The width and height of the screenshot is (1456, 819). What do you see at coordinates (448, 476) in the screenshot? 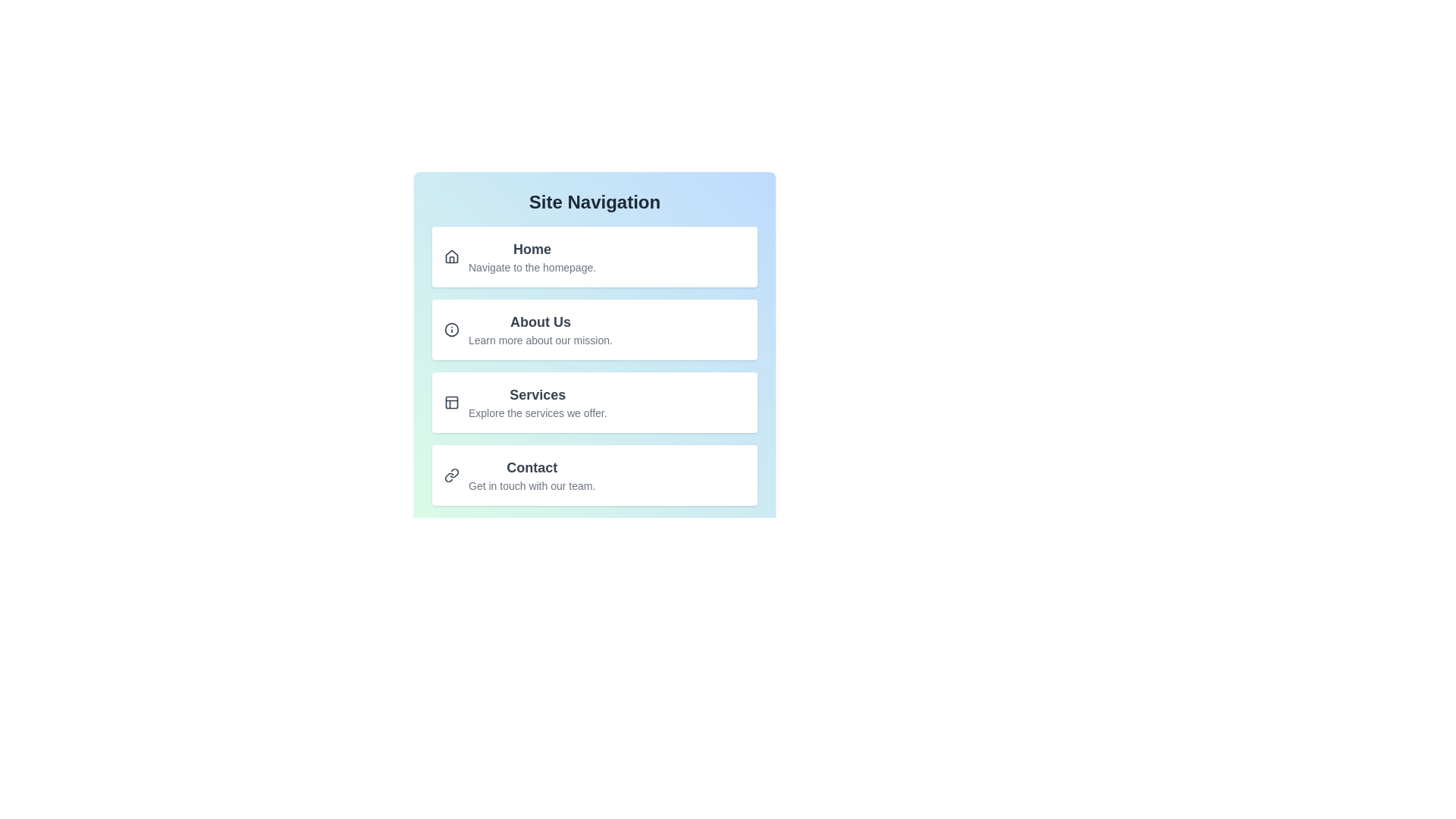
I see `the decorative link icon located in the 'Contact' section of the navigation panel, which symbolizes connection` at bounding box center [448, 476].